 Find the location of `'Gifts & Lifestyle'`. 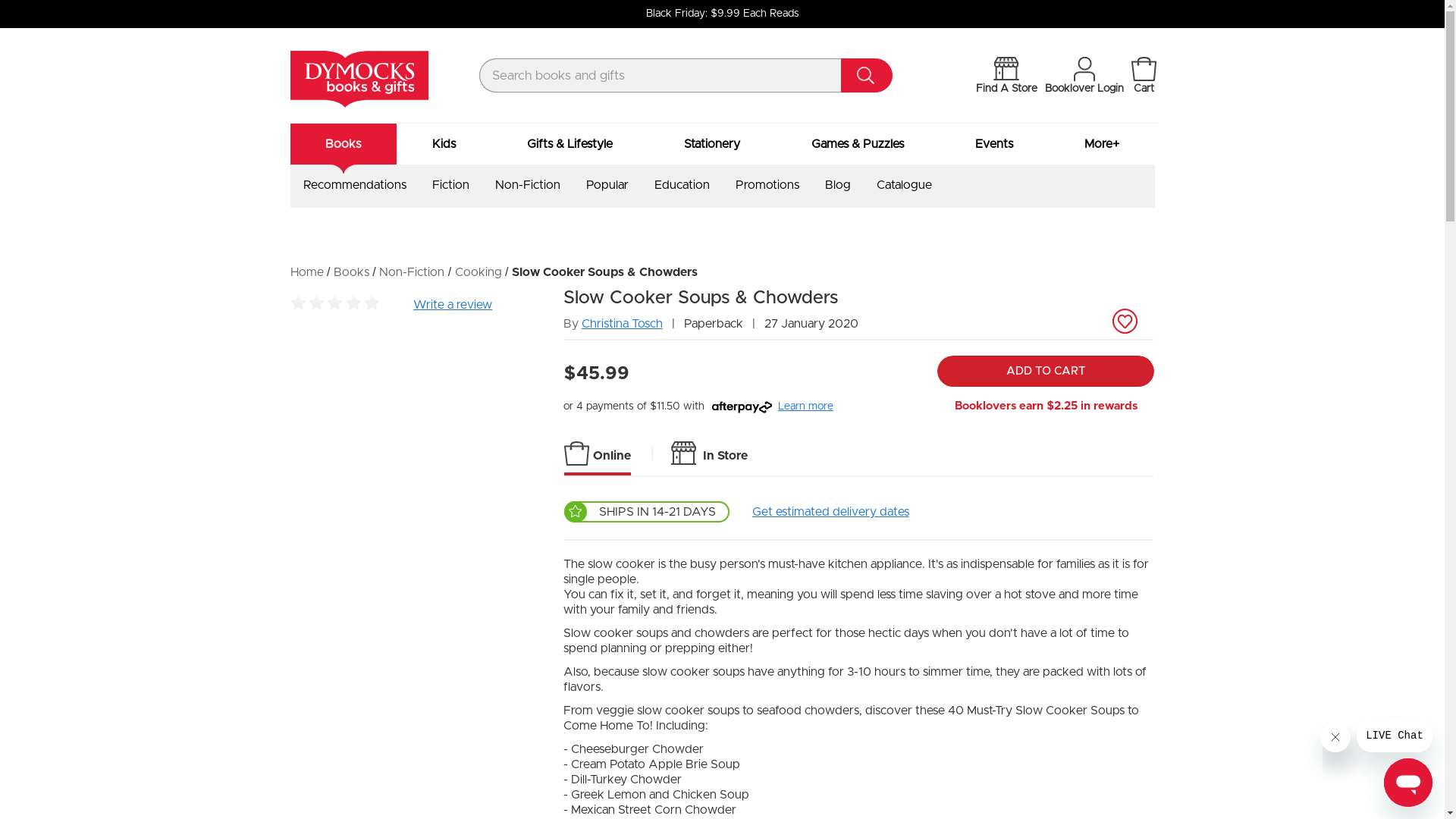

'Gifts & Lifestyle' is located at coordinates (569, 143).